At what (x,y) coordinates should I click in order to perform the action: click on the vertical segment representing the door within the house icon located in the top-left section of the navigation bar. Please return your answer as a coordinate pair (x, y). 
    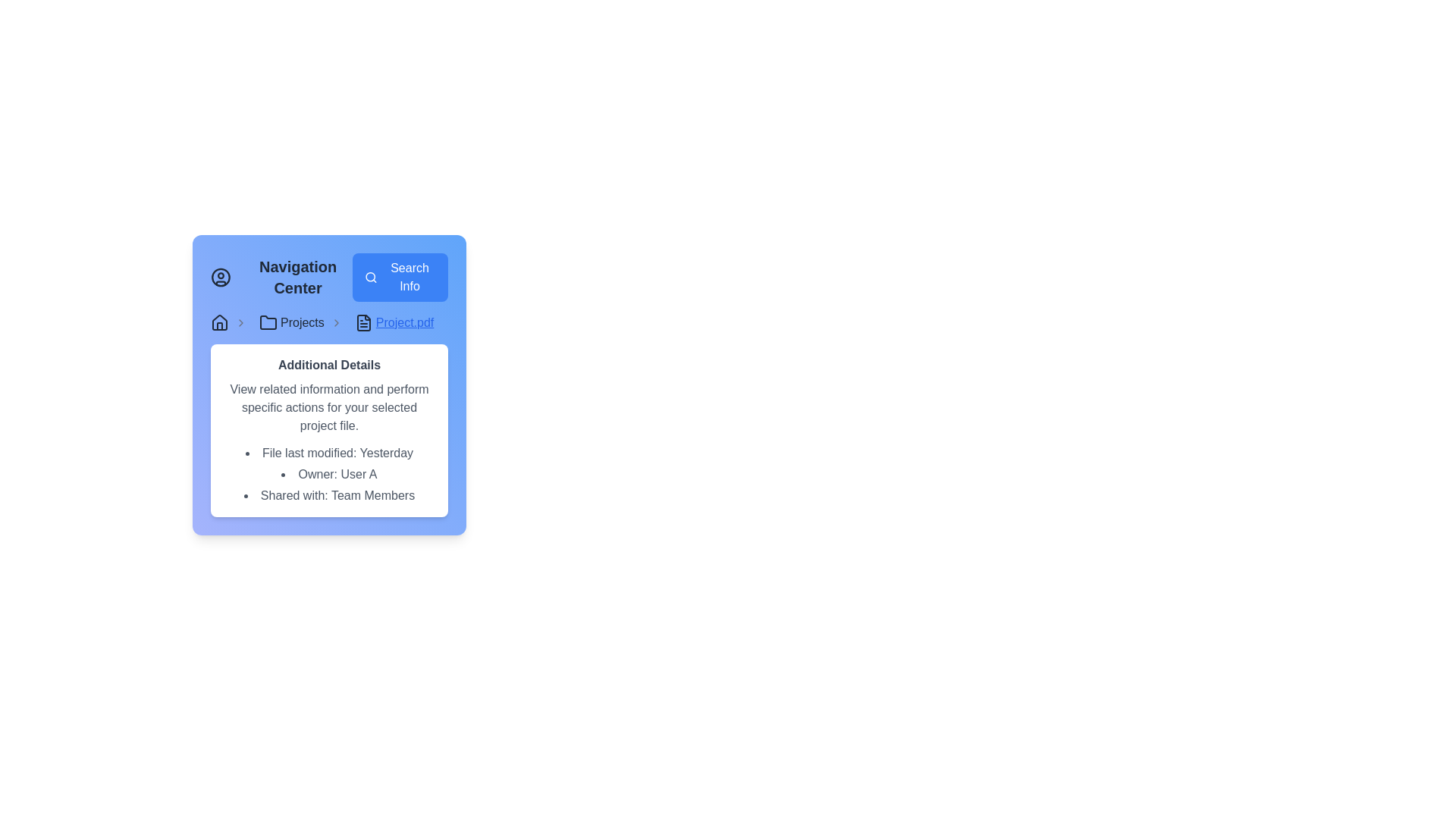
    Looking at the image, I should click on (218, 325).